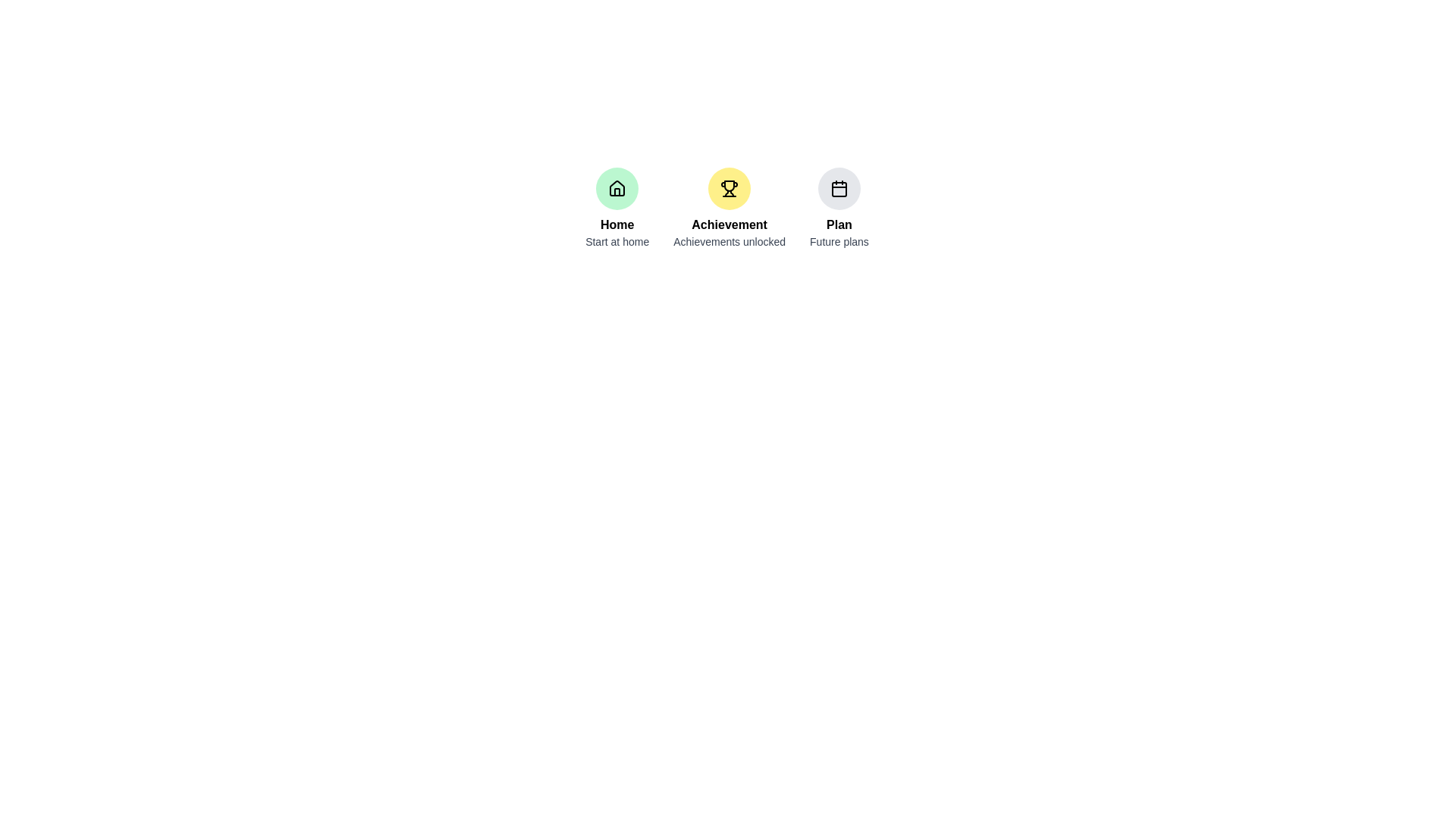  I want to click on bold text 'Achievement' displayed in black color, positioned below the yellow trophy icon and above the text 'Achievements unlocked', so click(730, 225).